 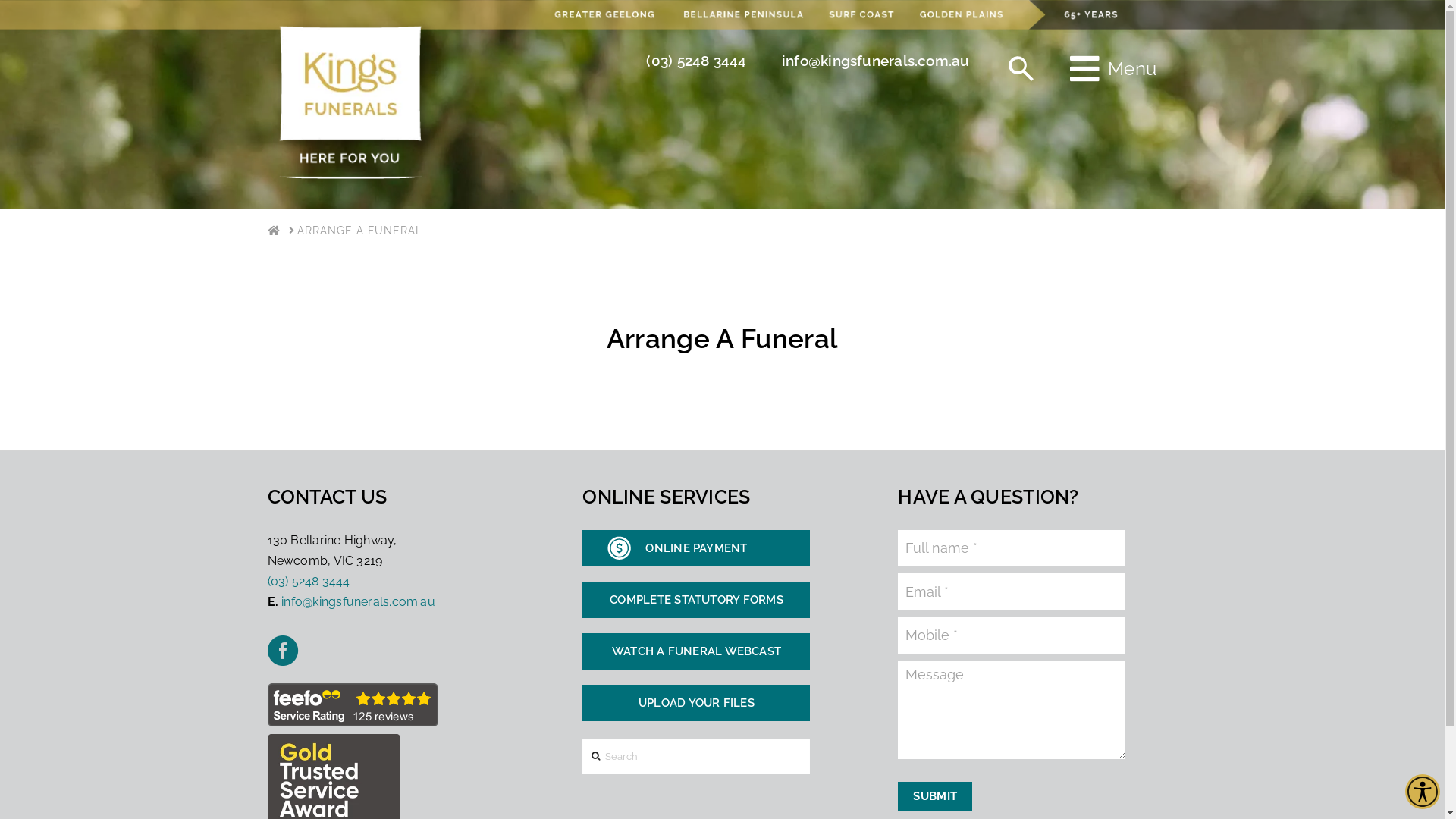 I want to click on 'SUBMIT', so click(x=934, y=795).